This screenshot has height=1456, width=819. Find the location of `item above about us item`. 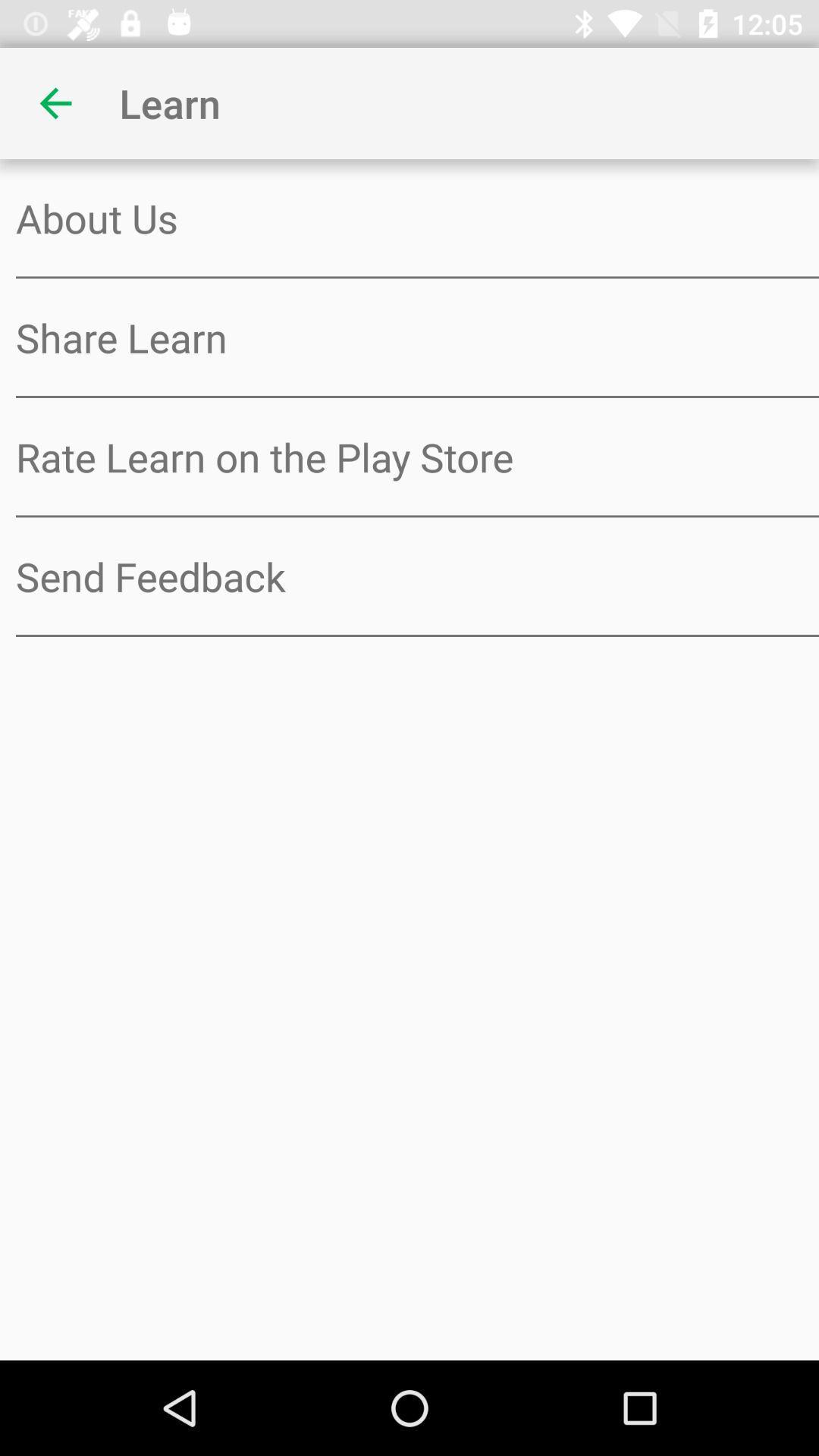

item above about us item is located at coordinates (55, 102).